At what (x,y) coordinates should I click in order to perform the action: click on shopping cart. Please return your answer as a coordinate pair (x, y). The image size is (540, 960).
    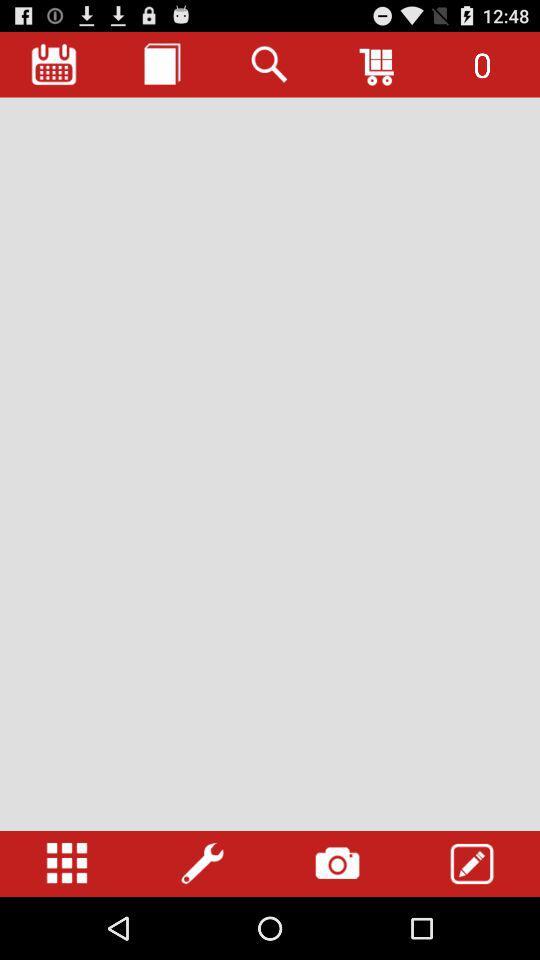
    Looking at the image, I should click on (378, 64).